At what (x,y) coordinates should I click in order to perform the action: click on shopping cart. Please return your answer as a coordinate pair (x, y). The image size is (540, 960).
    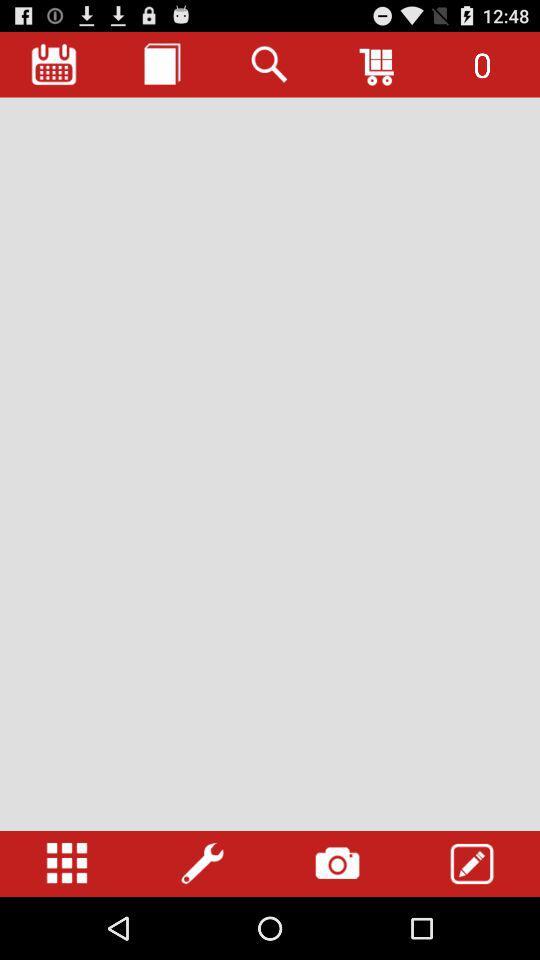
    Looking at the image, I should click on (378, 64).